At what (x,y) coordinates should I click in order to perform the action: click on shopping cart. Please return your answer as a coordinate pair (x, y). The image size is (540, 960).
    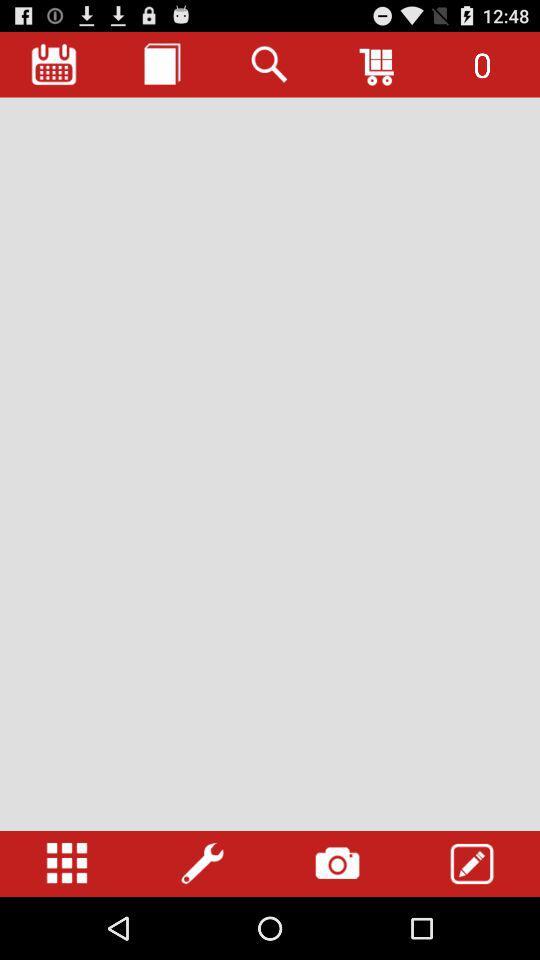
    Looking at the image, I should click on (378, 64).